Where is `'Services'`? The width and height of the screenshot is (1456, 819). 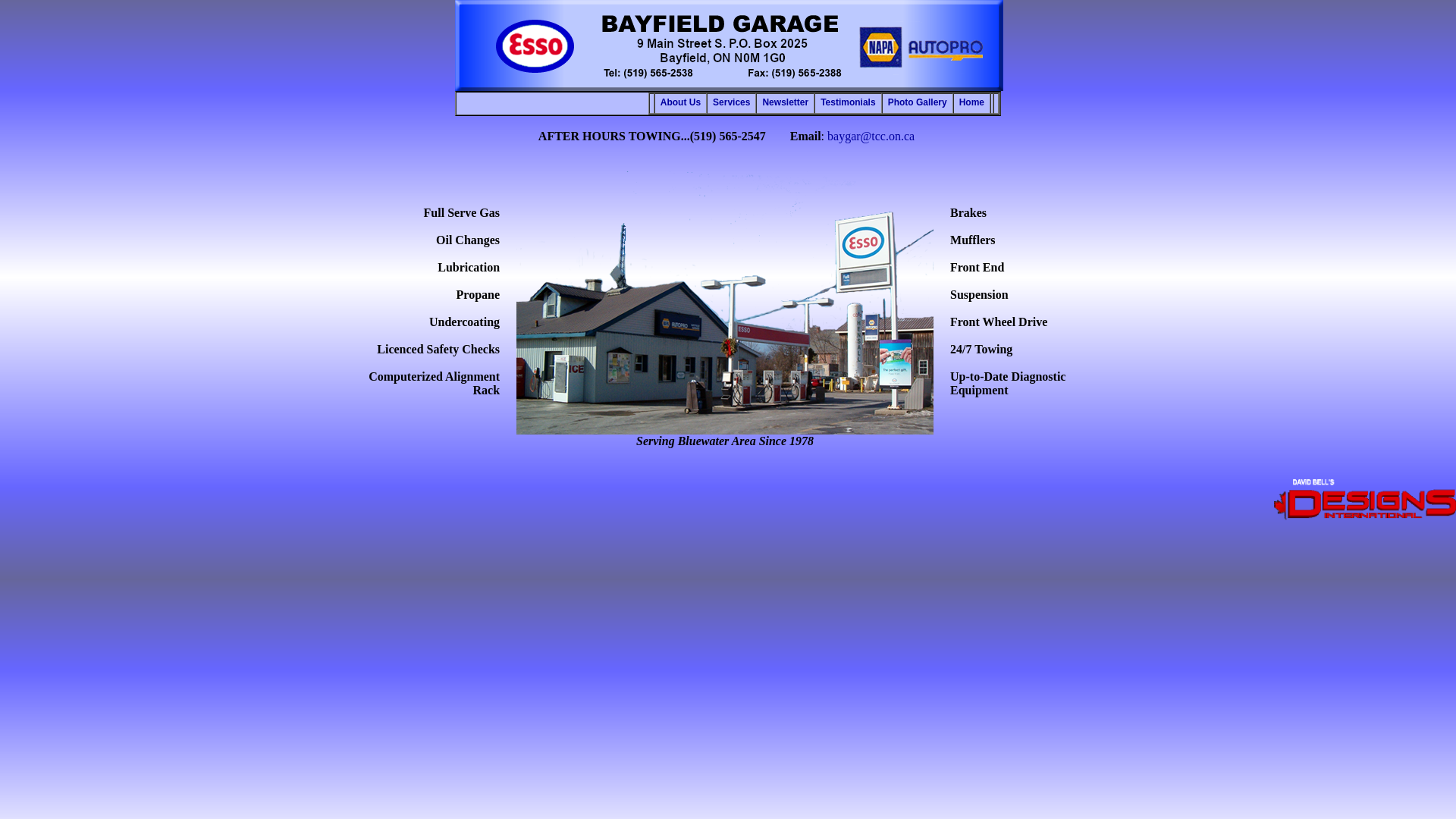
'Services' is located at coordinates (731, 102).